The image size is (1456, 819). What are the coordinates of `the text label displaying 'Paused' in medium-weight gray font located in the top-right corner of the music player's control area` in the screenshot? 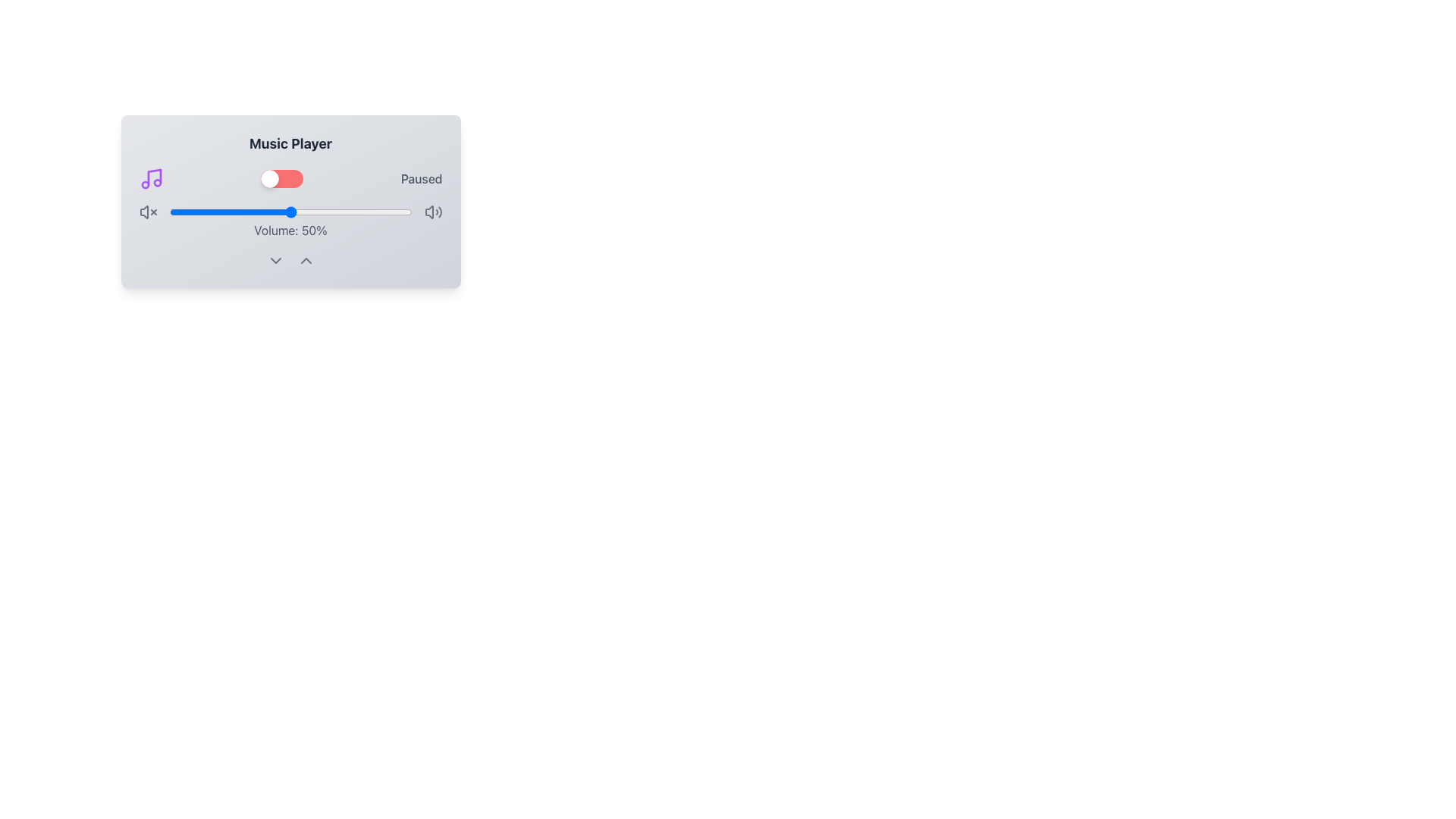 It's located at (422, 177).